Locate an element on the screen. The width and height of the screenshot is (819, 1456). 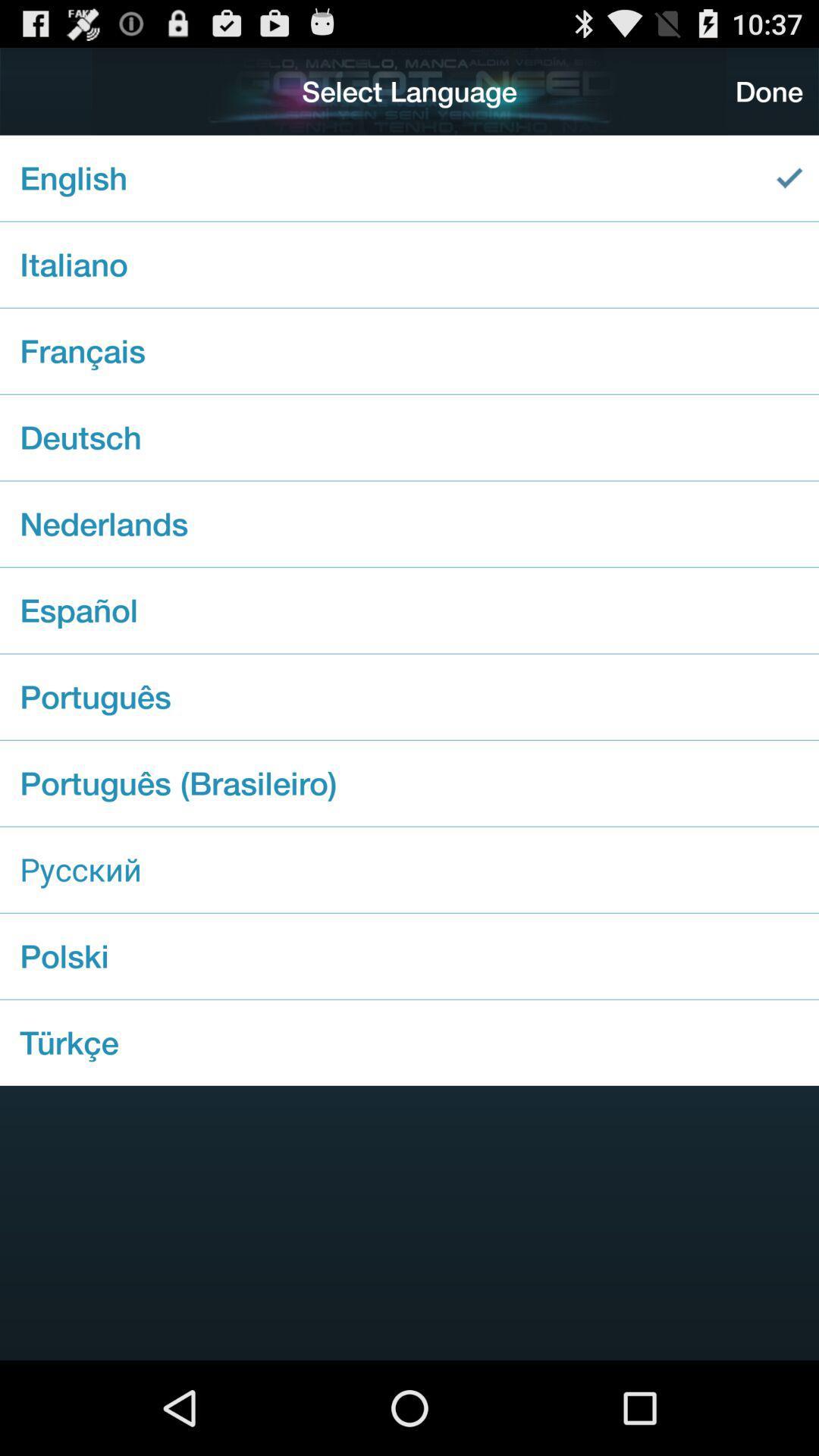
item above the polski icon is located at coordinates (409, 870).